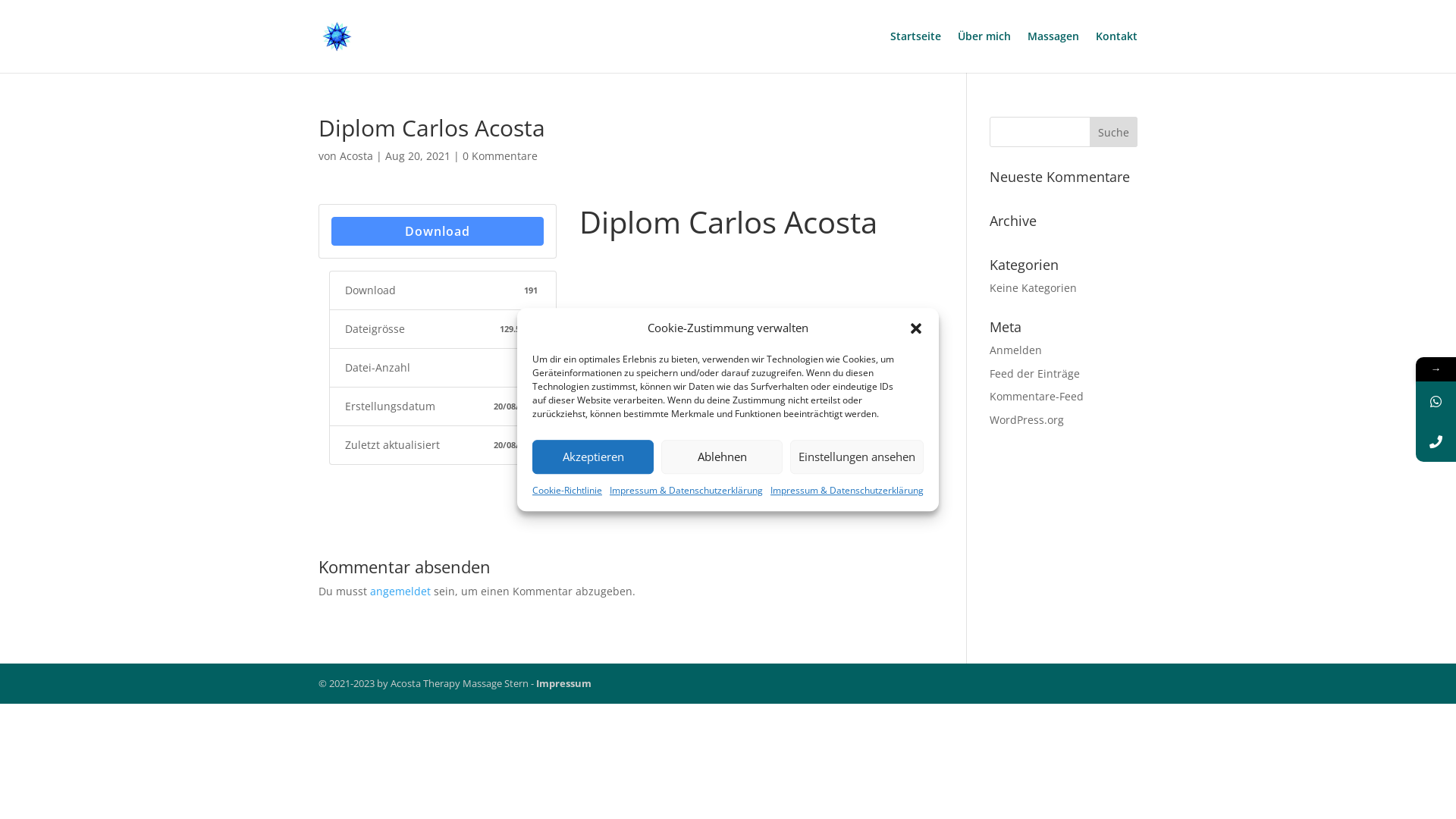 The height and width of the screenshot is (819, 1456). Describe the element at coordinates (461, 155) in the screenshot. I see `'0 Kommentare'` at that location.